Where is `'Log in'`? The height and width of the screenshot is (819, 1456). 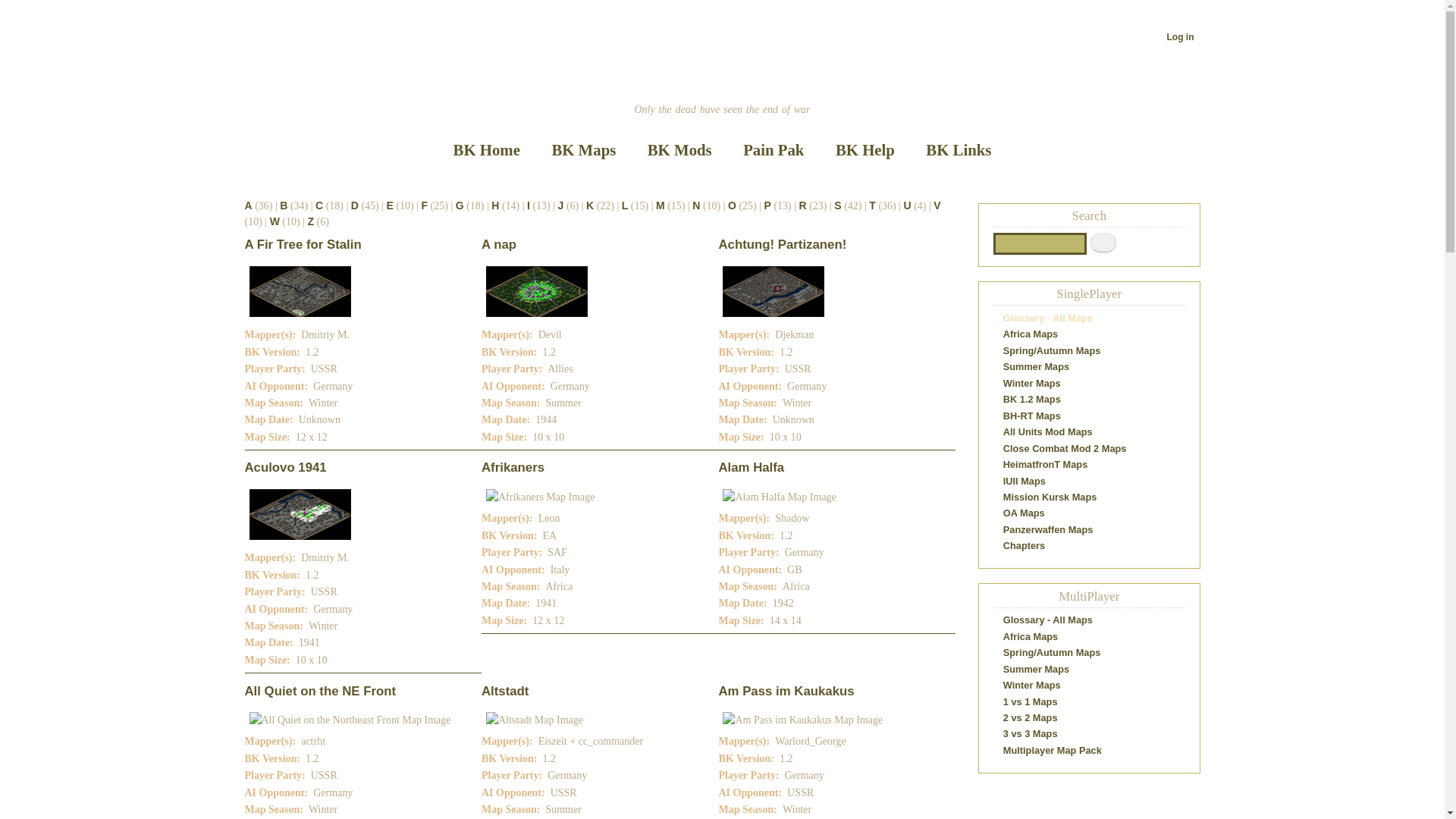
'Log in' is located at coordinates (1179, 36).